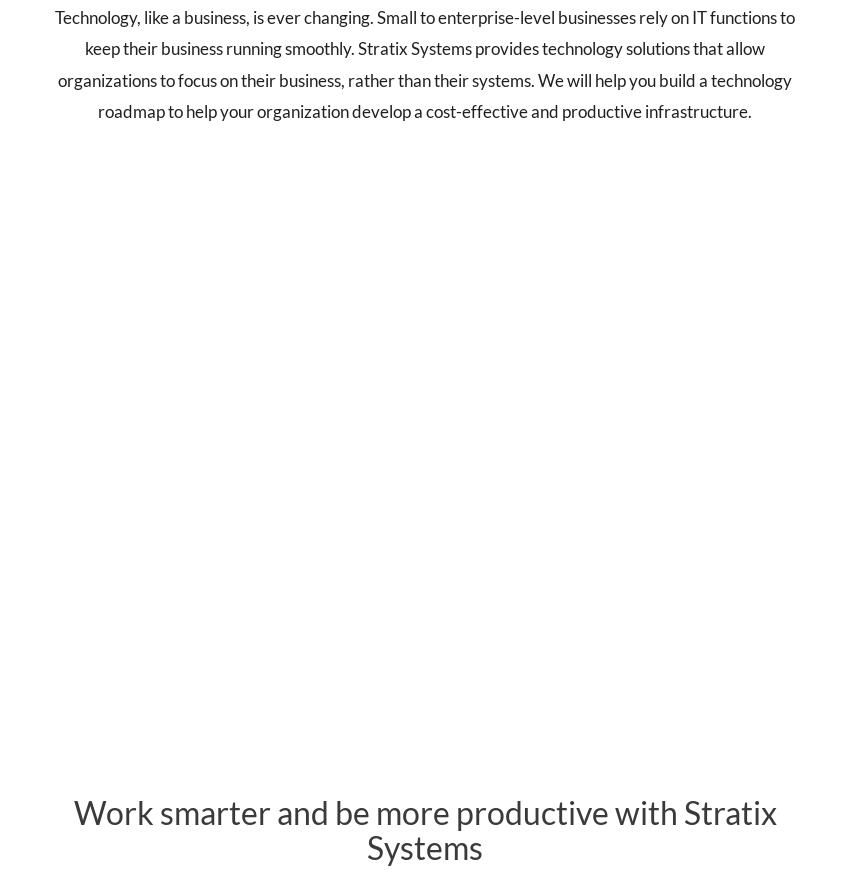  Describe the element at coordinates (424, 460) in the screenshot. I see `'Cyber'` at that location.